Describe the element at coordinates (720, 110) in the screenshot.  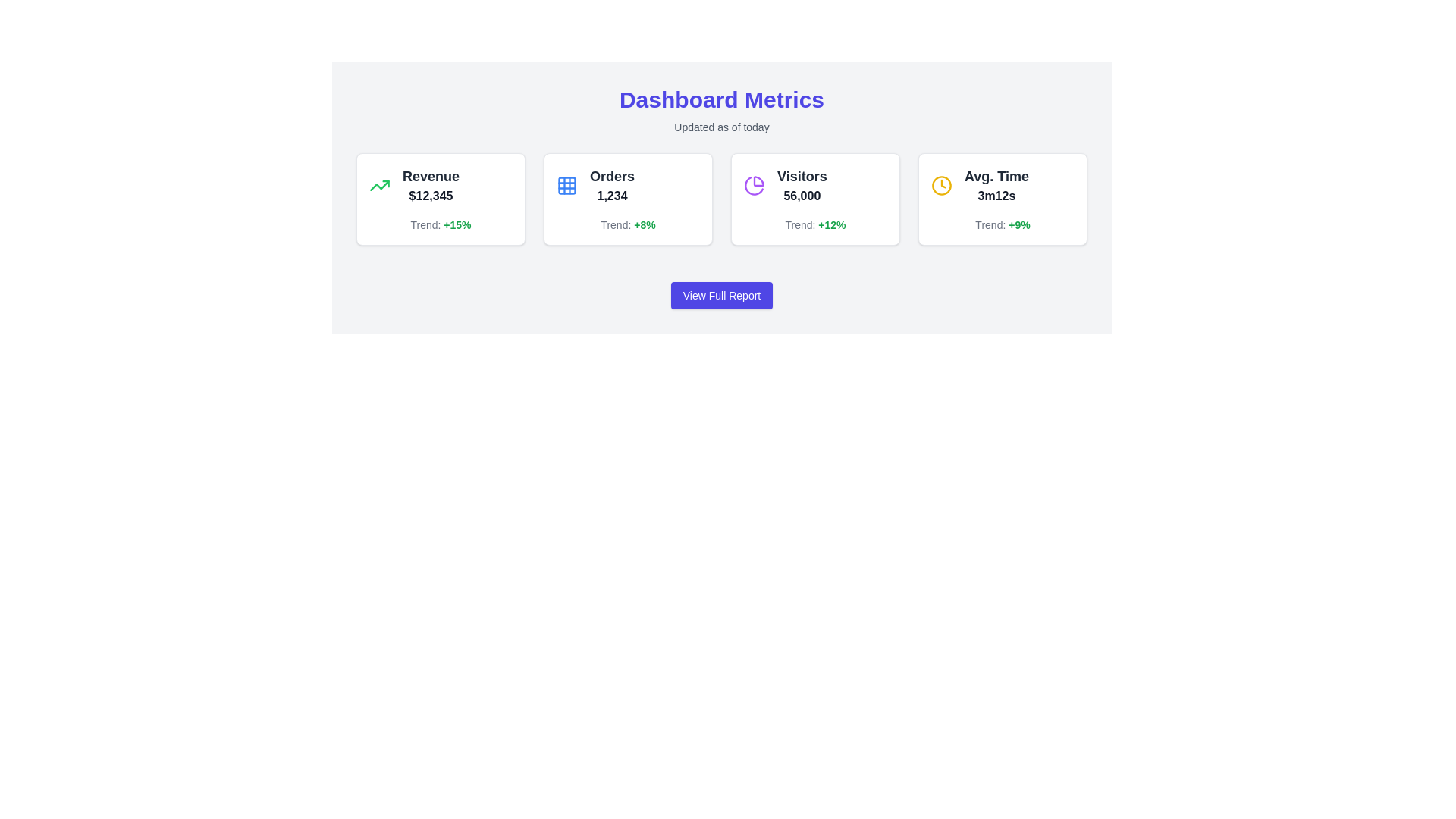
I see `the Text header component at the top-center of the dashboard that labels the metrics and informs about the data's scope and update date` at that location.